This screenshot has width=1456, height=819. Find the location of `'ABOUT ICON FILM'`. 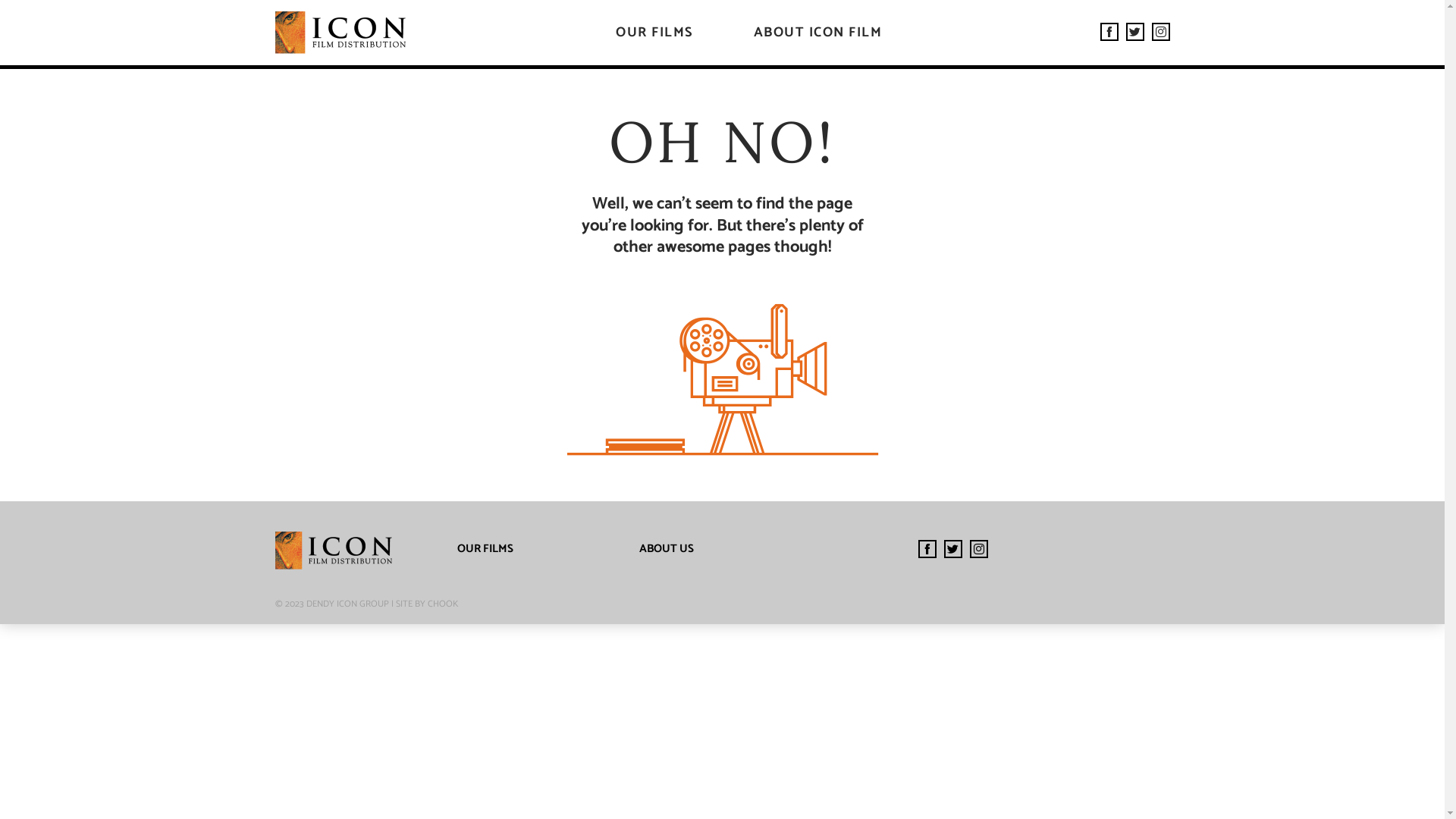

'ABOUT ICON FILM' is located at coordinates (817, 32).